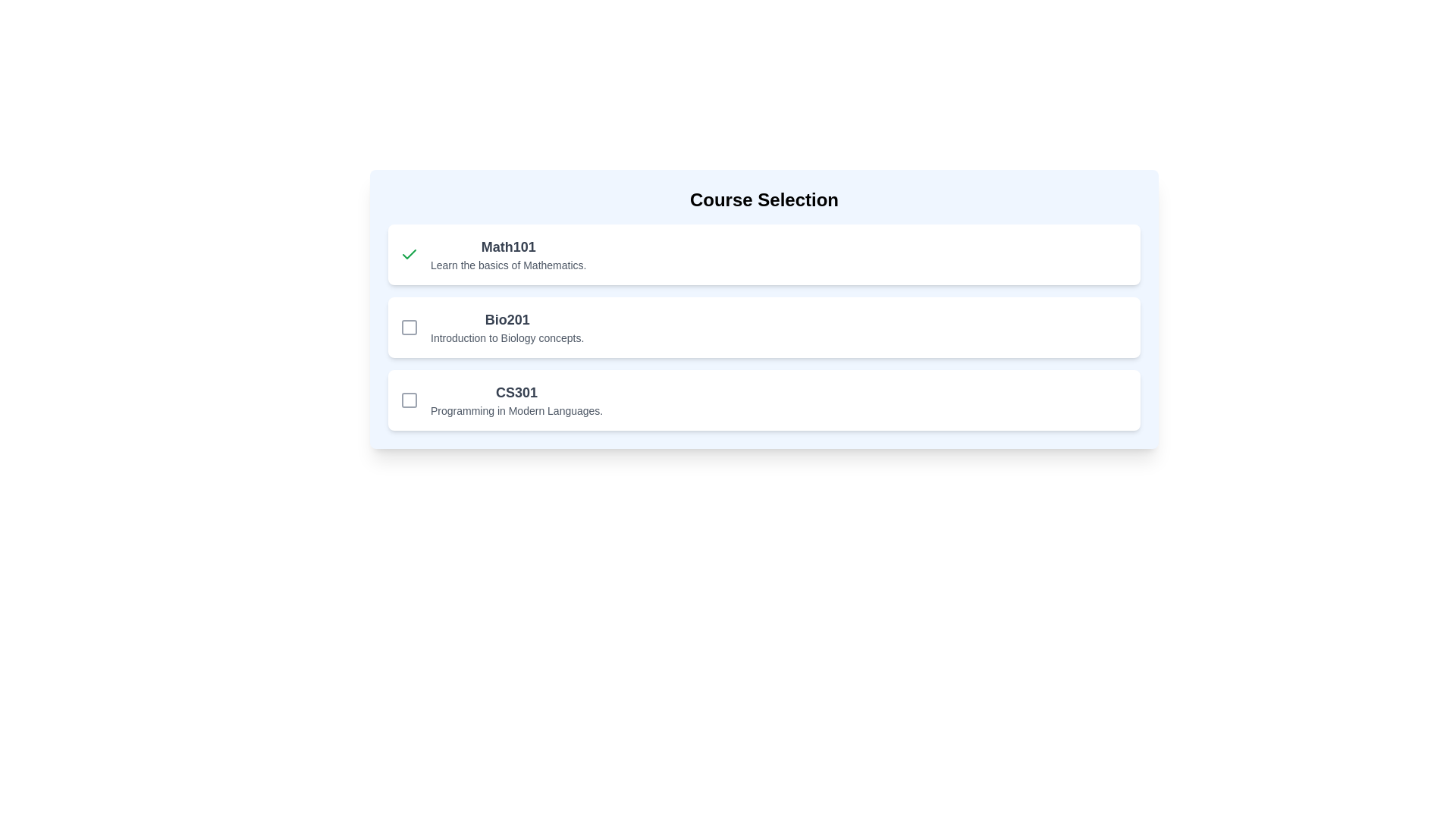 This screenshot has height=819, width=1456. Describe the element at coordinates (409, 400) in the screenshot. I see `the empty square checkbox icon located to the left of the text 'CS301 Programming in Modern Languages.'` at that location.